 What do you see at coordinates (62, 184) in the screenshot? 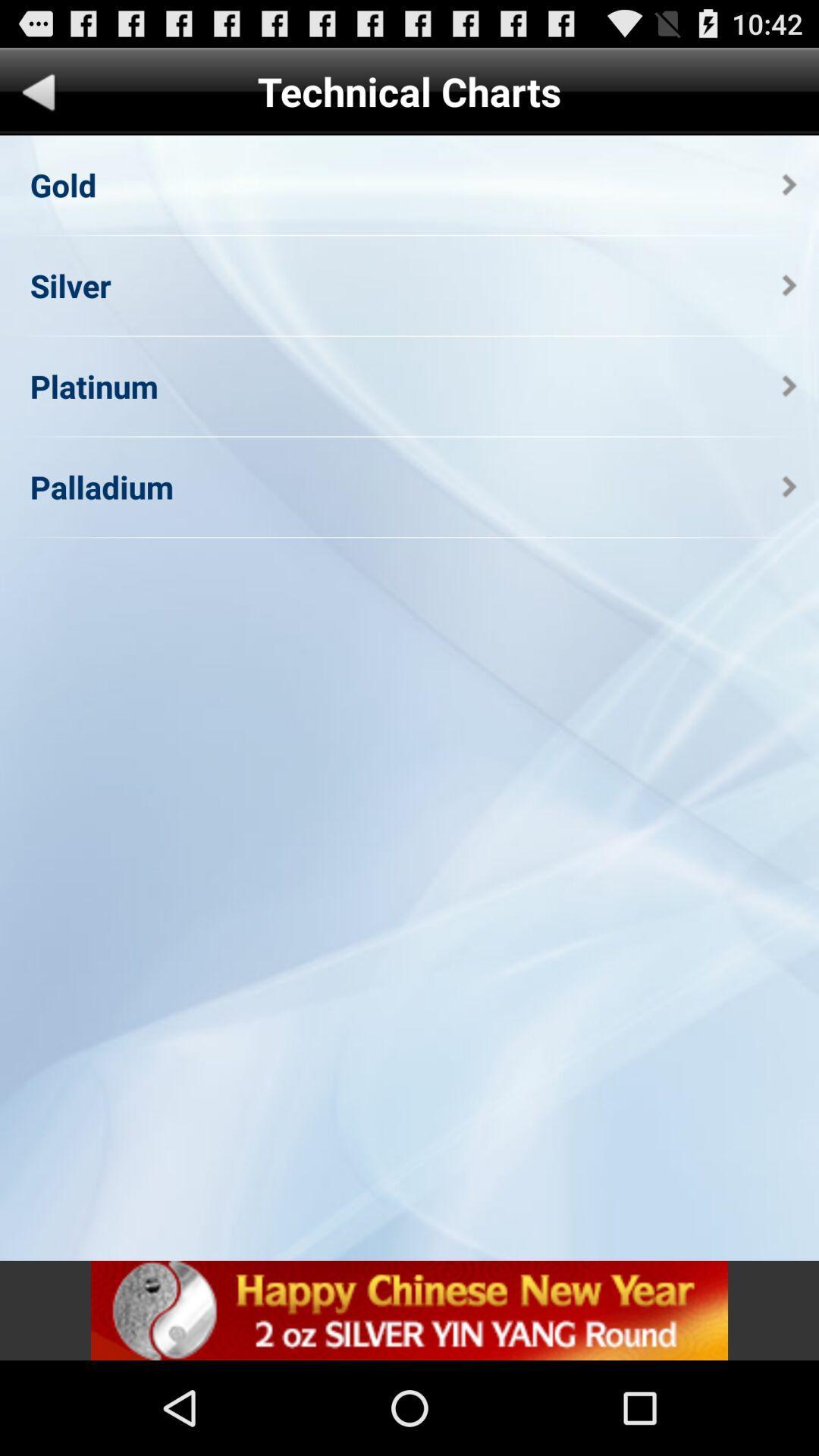
I see `app above silver` at bounding box center [62, 184].